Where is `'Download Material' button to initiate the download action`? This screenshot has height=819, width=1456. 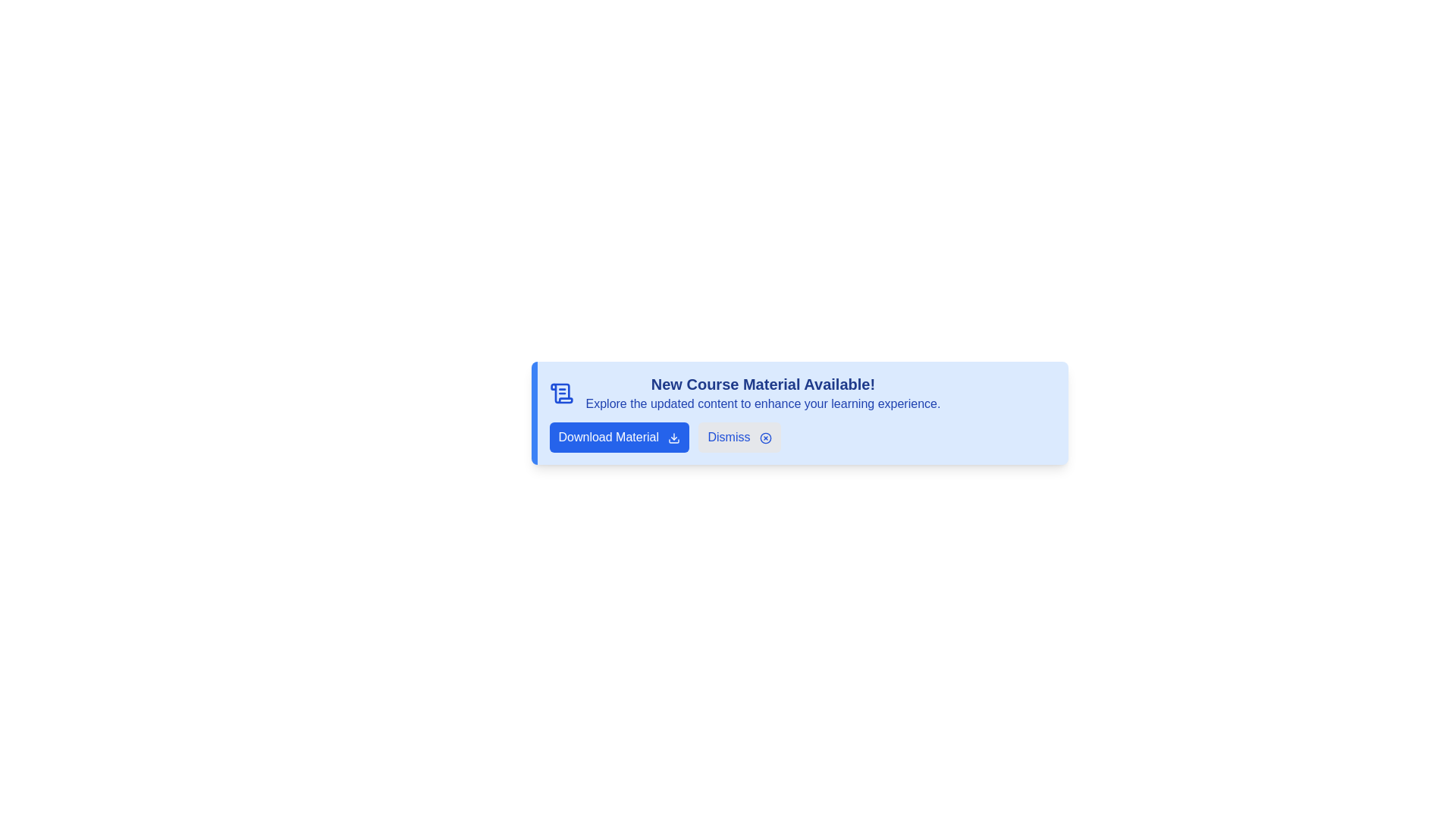
'Download Material' button to initiate the download action is located at coordinates (619, 438).